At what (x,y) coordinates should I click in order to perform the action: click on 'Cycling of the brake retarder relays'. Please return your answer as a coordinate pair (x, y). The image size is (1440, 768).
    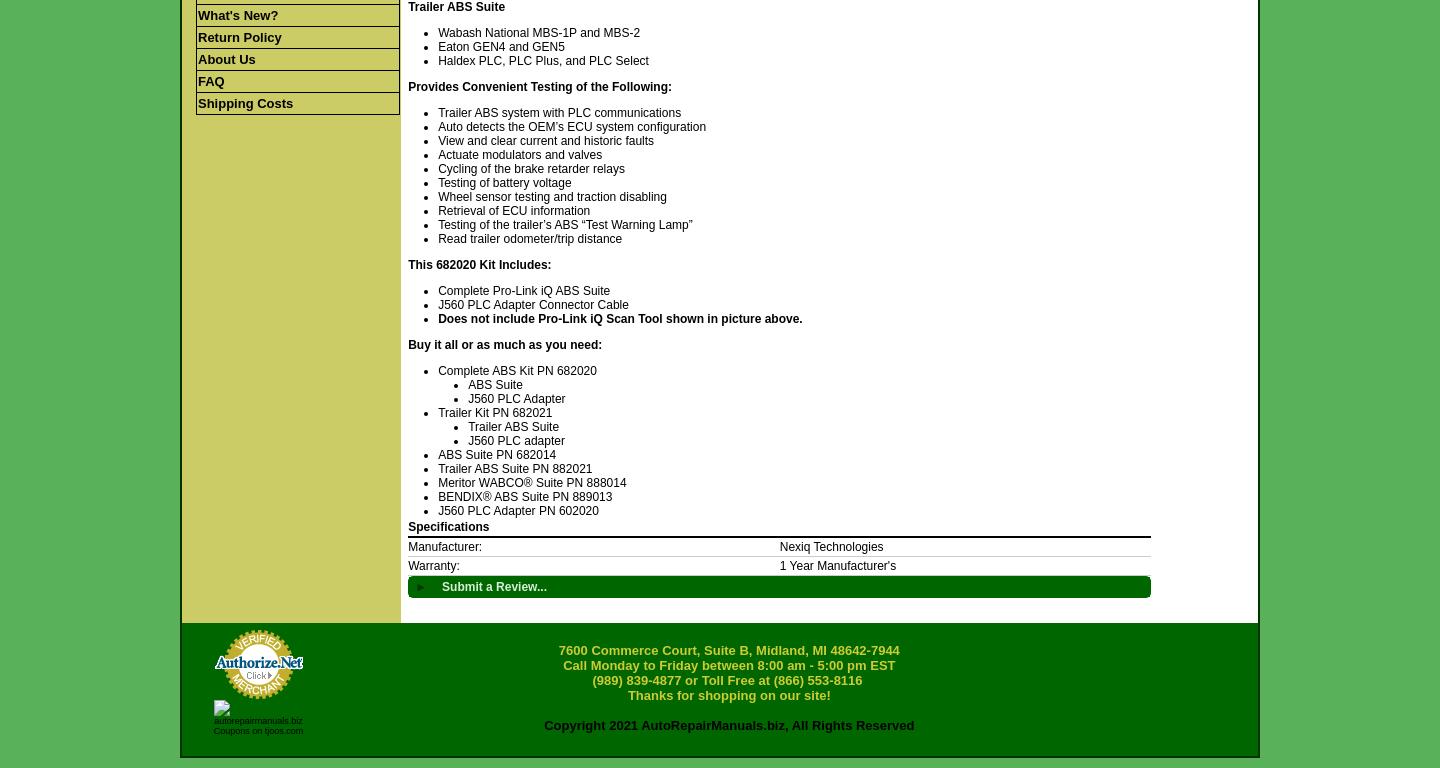
    Looking at the image, I should click on (530, 168).